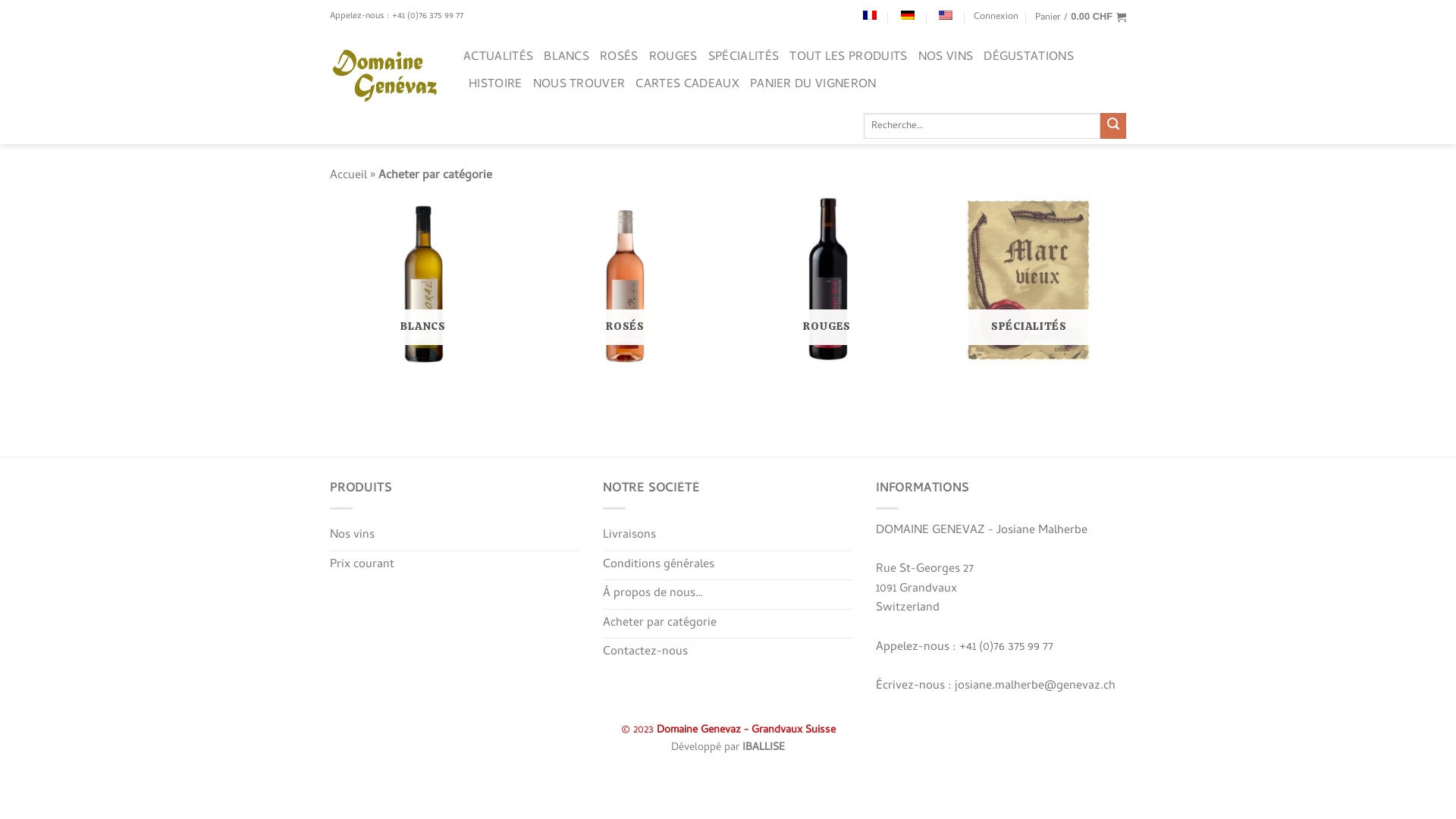  Describe the element at coordinates (749, 84) in the screenshot. I see `'PANIER DU VIGNERON'` at that location.